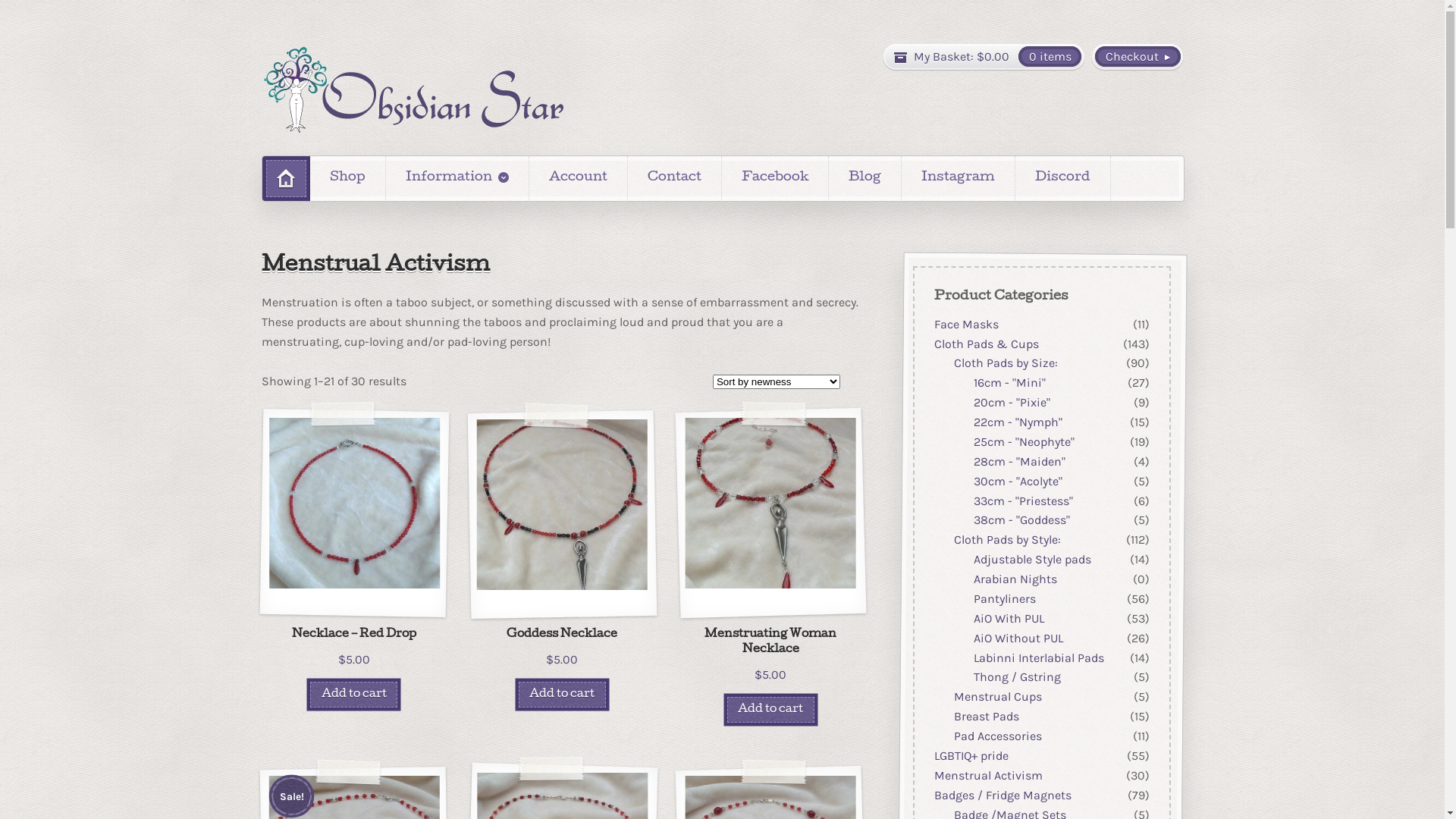 Image resolution: width=1456 pixels, height=819 pixels. Describe the element at coordinates (1137, 55) in the screenshot. I see `'Checkout'` at that location.